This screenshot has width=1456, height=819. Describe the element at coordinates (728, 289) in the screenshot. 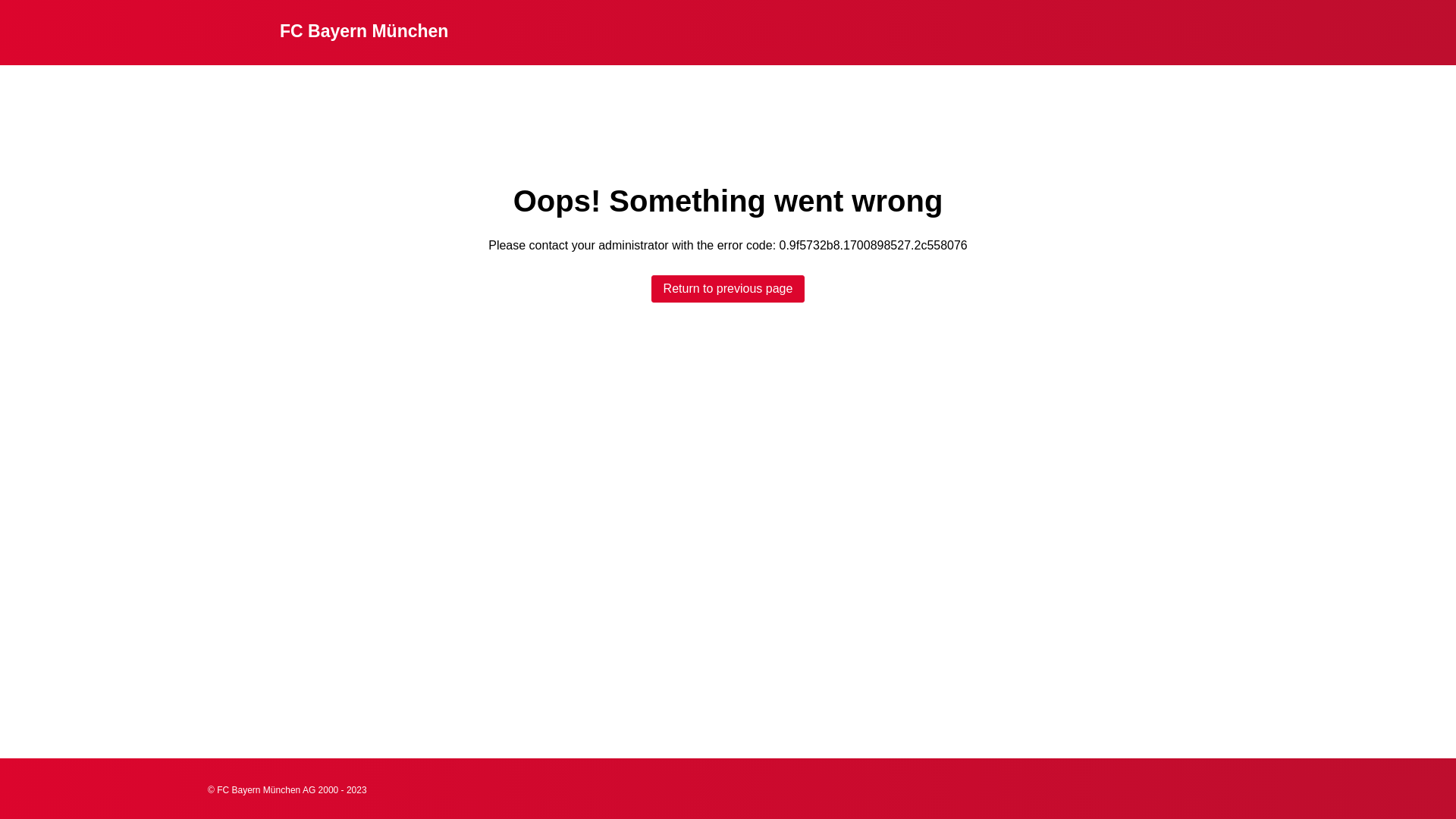

I see `'Return to previous page'` at that location.